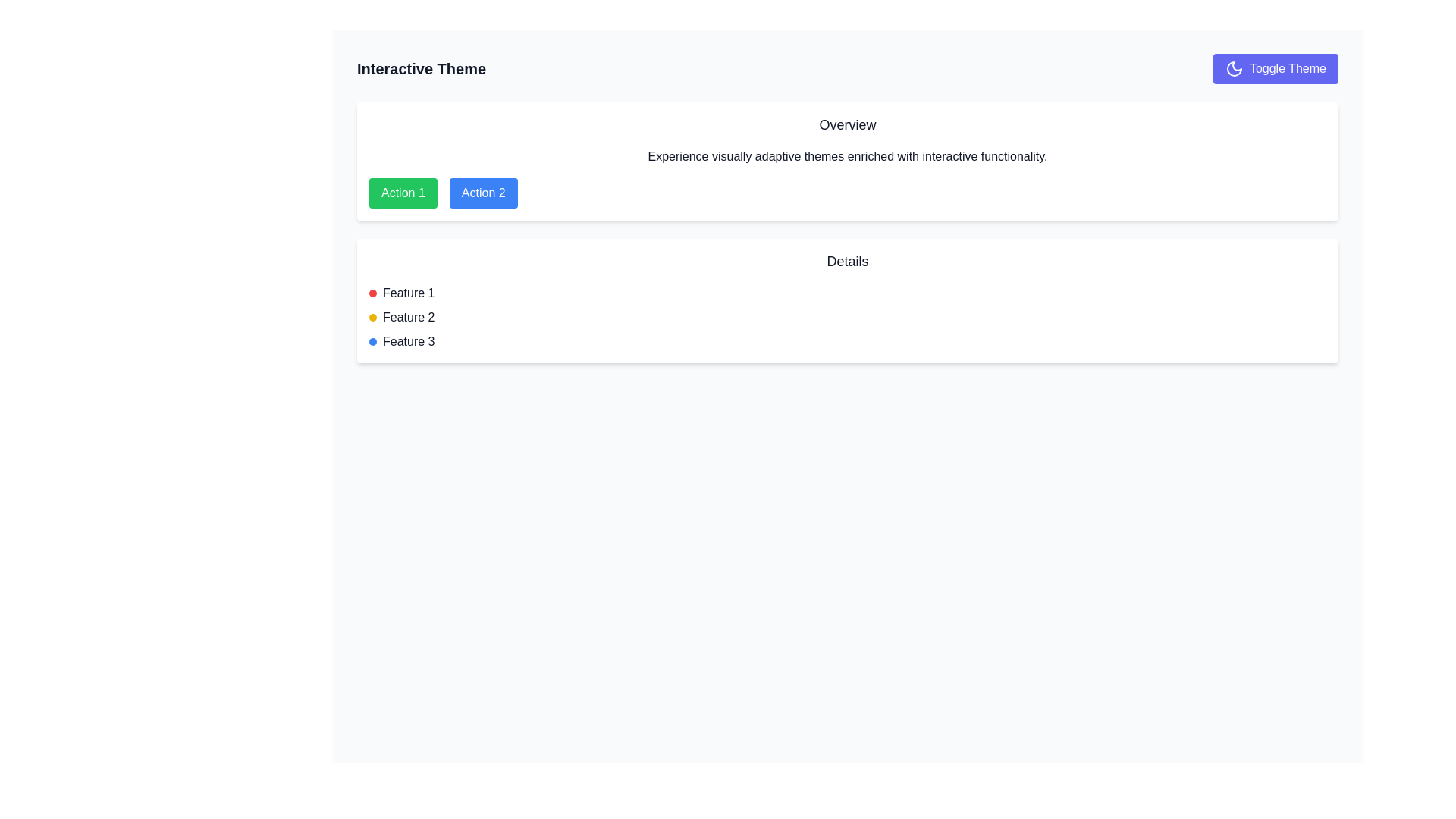  I want to click on the non-interactive heading that identifies the section, positioned above the 'Toggle Theme' button and near the moon icon, so click(422, 69).